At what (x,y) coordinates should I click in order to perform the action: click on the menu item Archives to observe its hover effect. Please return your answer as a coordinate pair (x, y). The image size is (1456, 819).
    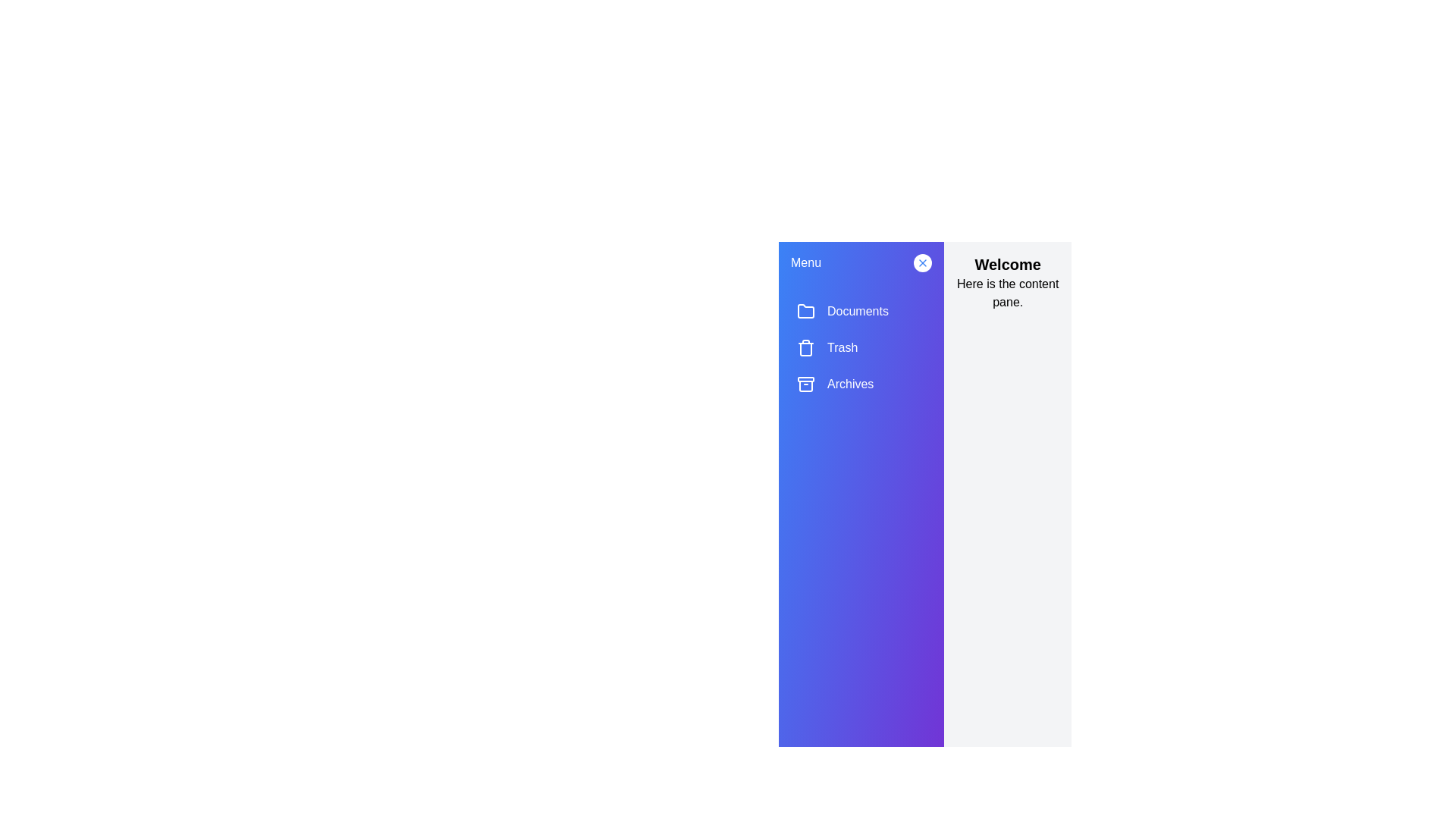
    Looking at the image, I should click on (861, 383).